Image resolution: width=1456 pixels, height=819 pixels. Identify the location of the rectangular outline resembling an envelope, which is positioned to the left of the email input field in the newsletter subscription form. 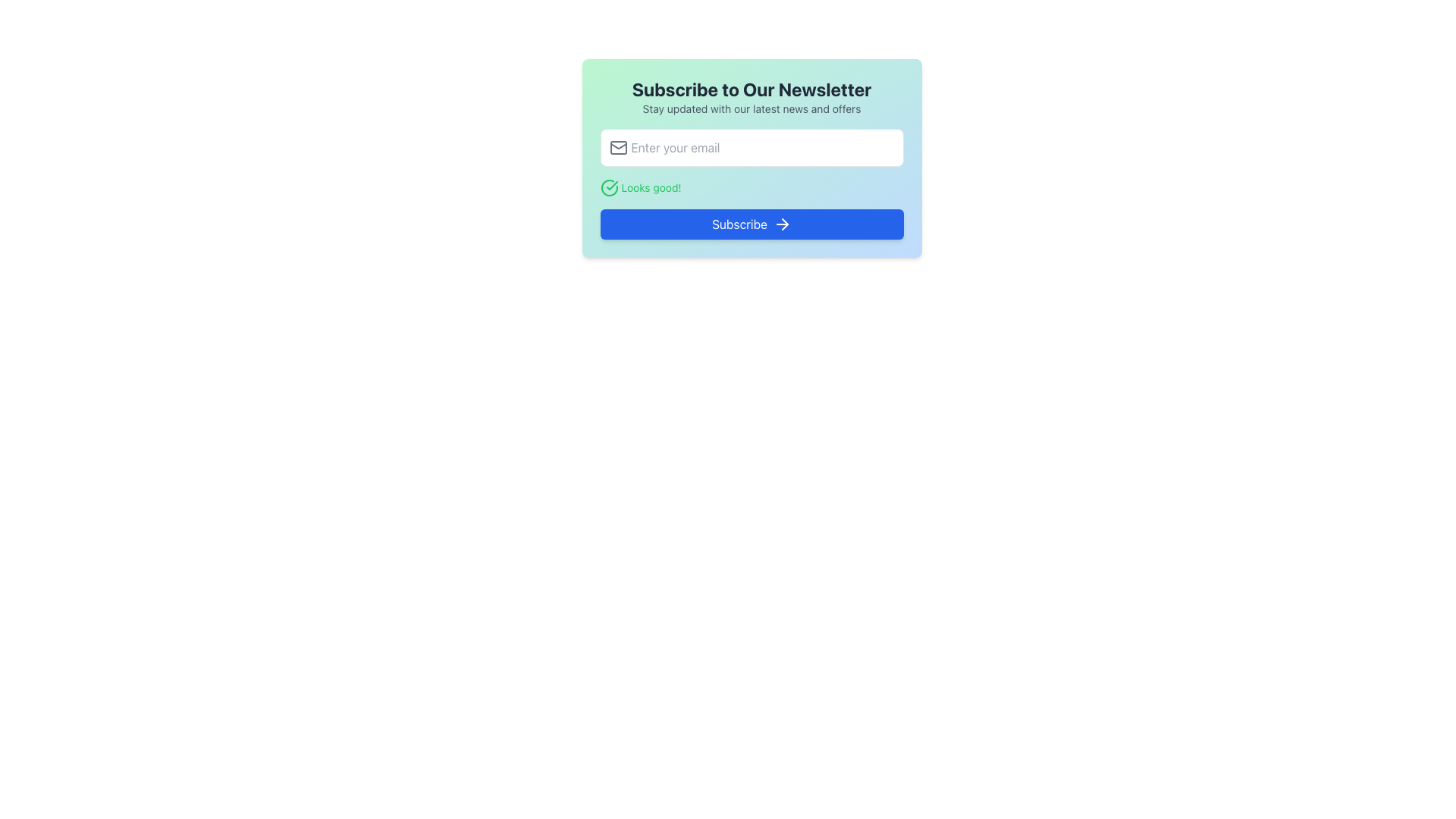
(618, 148).